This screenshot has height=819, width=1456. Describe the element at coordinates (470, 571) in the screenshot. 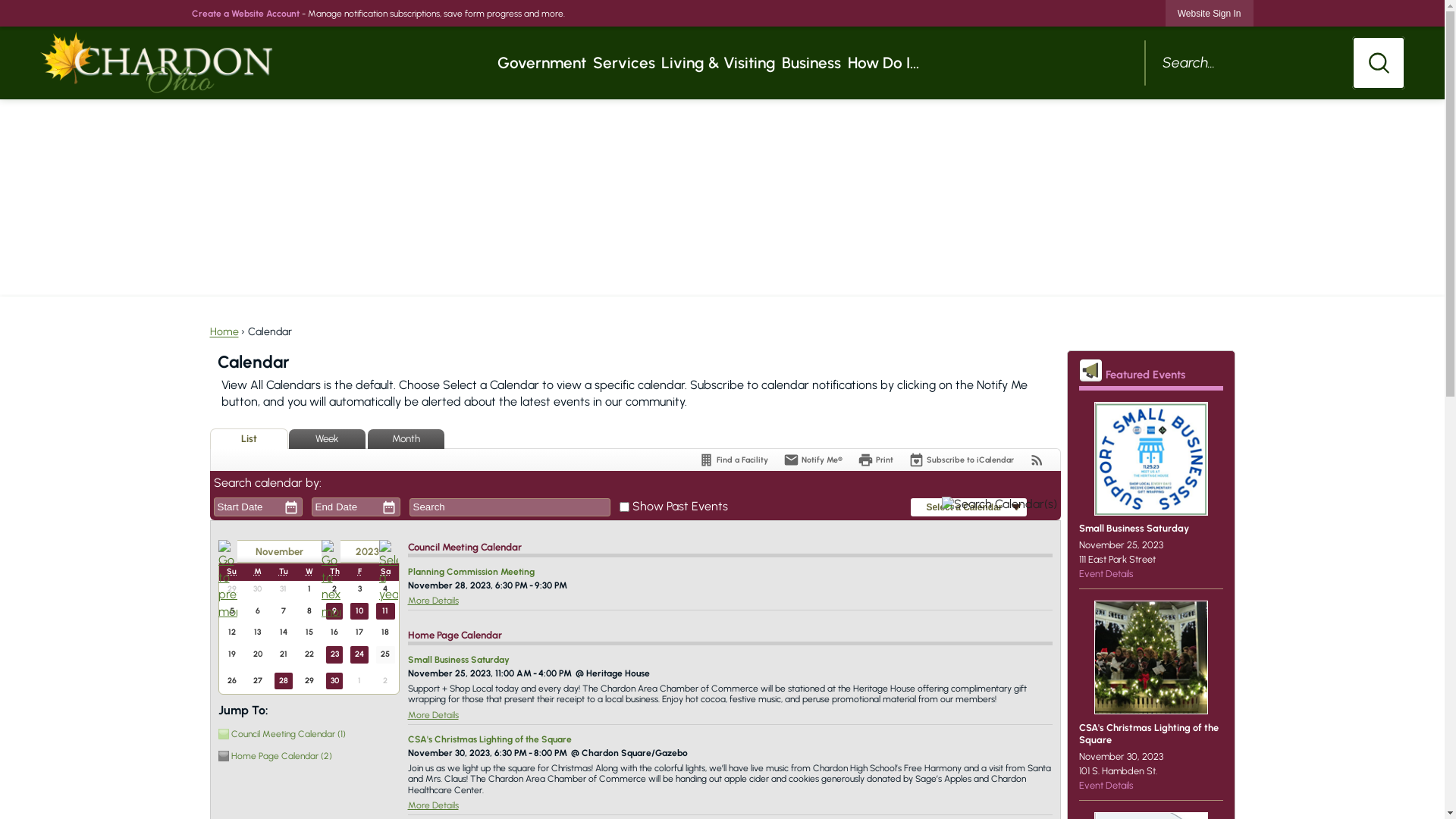

I see `'Planning Commission Meeting'` at that location.